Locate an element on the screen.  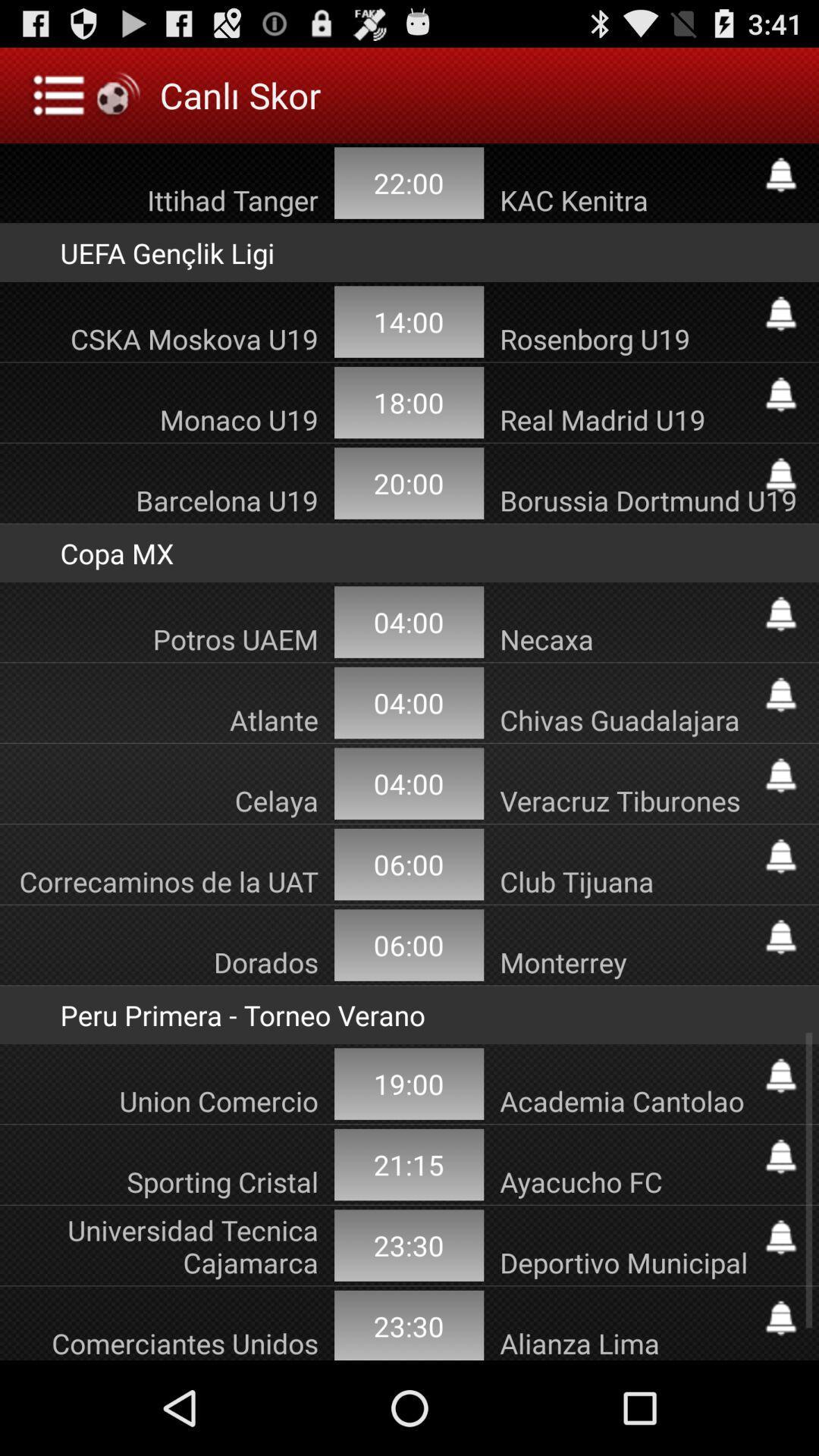
alert is located at coordinates (780, 394).